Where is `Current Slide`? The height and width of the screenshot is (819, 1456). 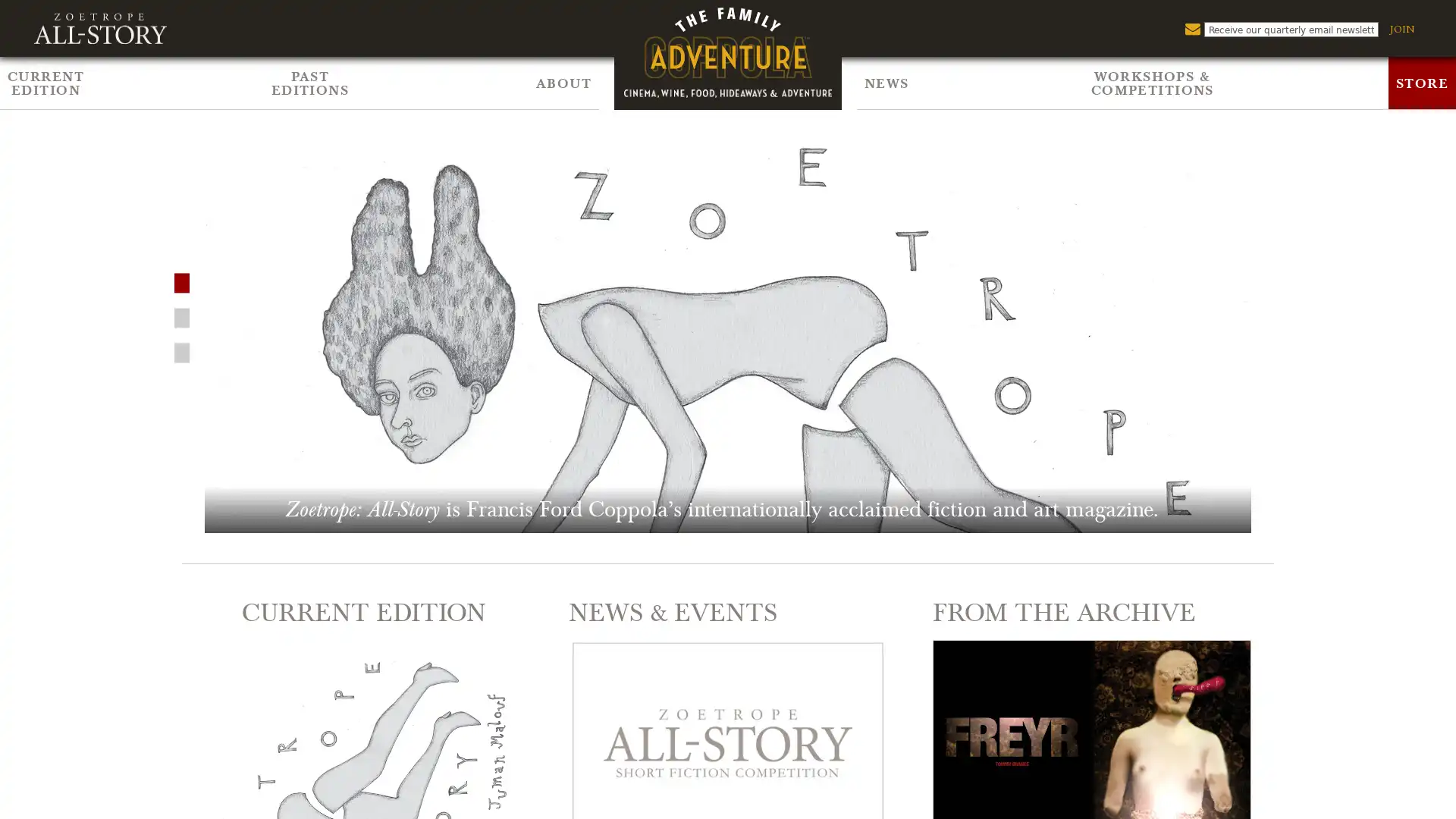
Current Slide is located at coordinates (182, 315).